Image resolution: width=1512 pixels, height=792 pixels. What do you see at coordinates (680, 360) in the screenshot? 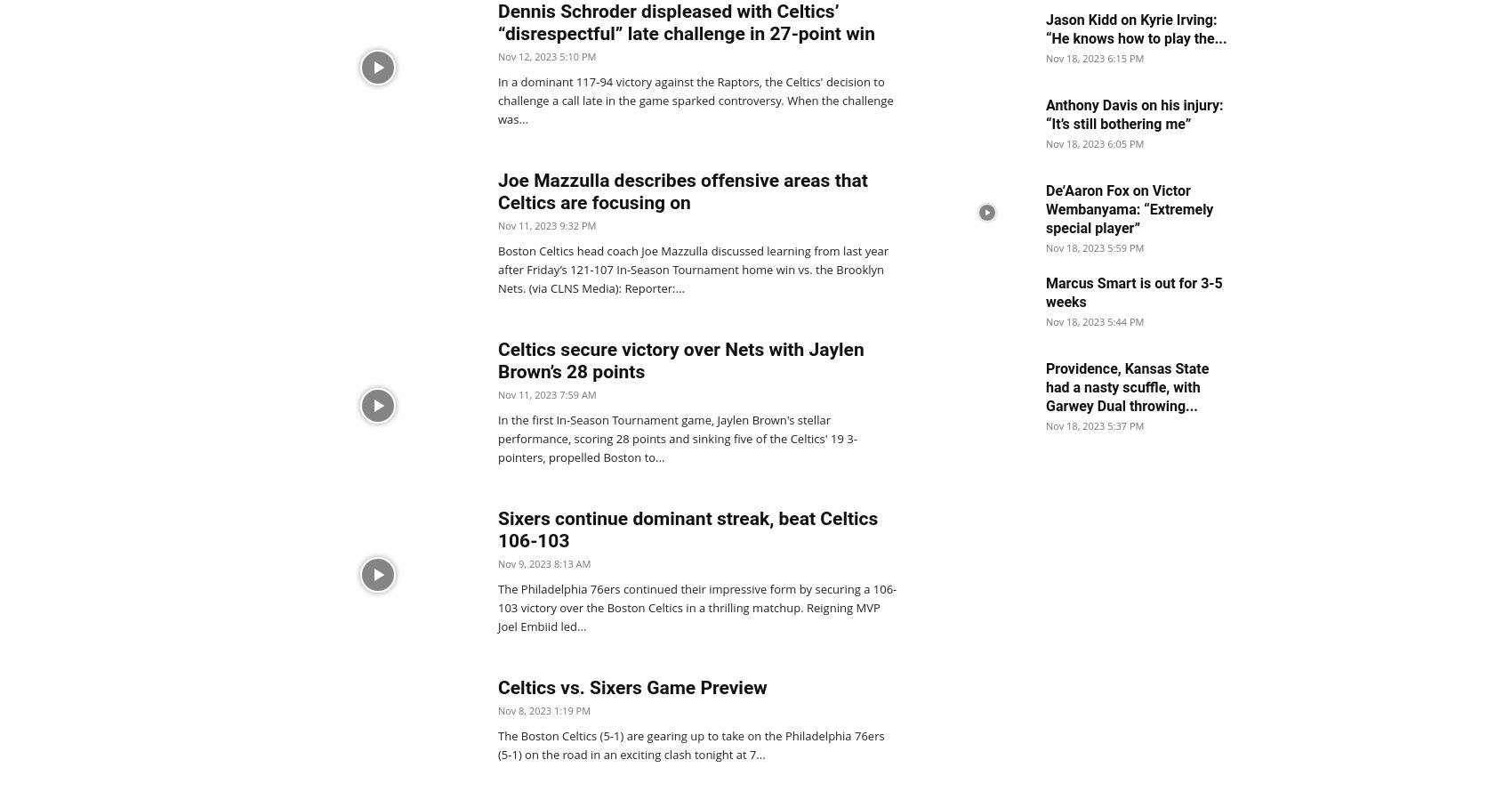
I see `'Celtics secure victory over Nets with Jaylen Brown’s 28 points'` at bounding box center [680, 360].